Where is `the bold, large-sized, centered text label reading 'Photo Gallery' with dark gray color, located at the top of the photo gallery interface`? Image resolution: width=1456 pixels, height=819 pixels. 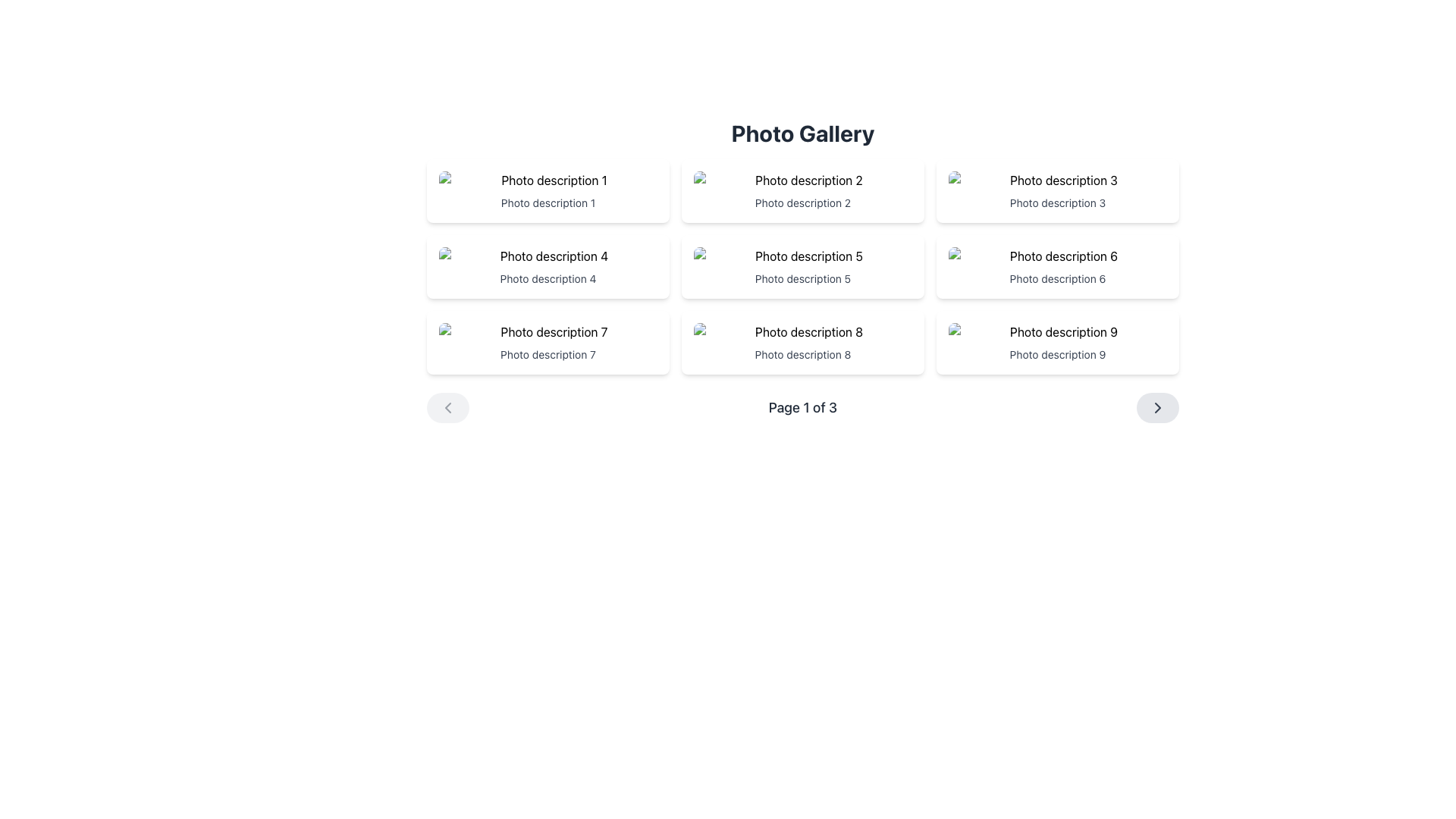
the bold, large-sized, centered text label reading 'Photo Gallery' with dark gray color, located at the top of the photo gallery interface is located at coordinates (802, 133).